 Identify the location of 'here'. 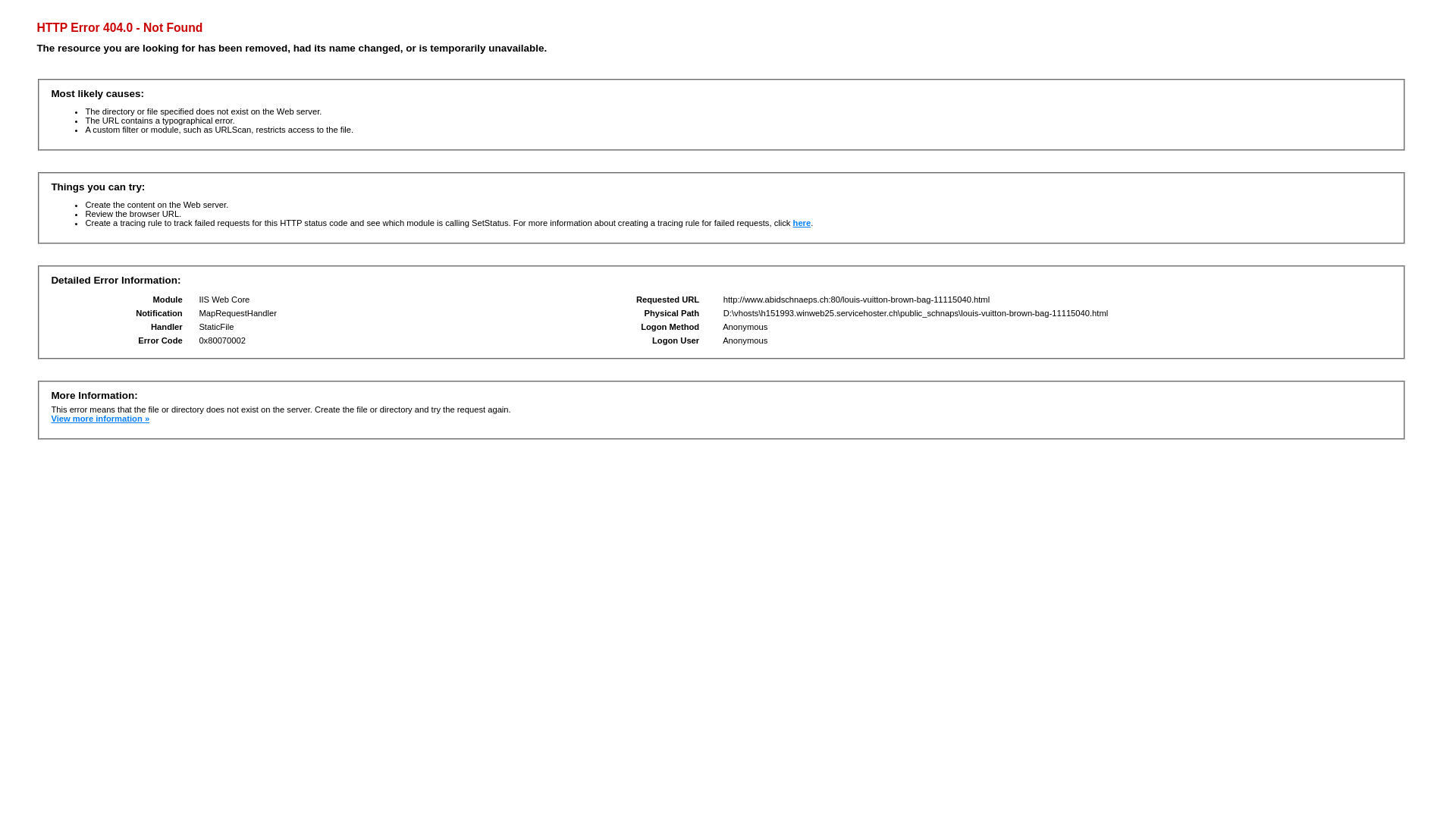
(801, 222).